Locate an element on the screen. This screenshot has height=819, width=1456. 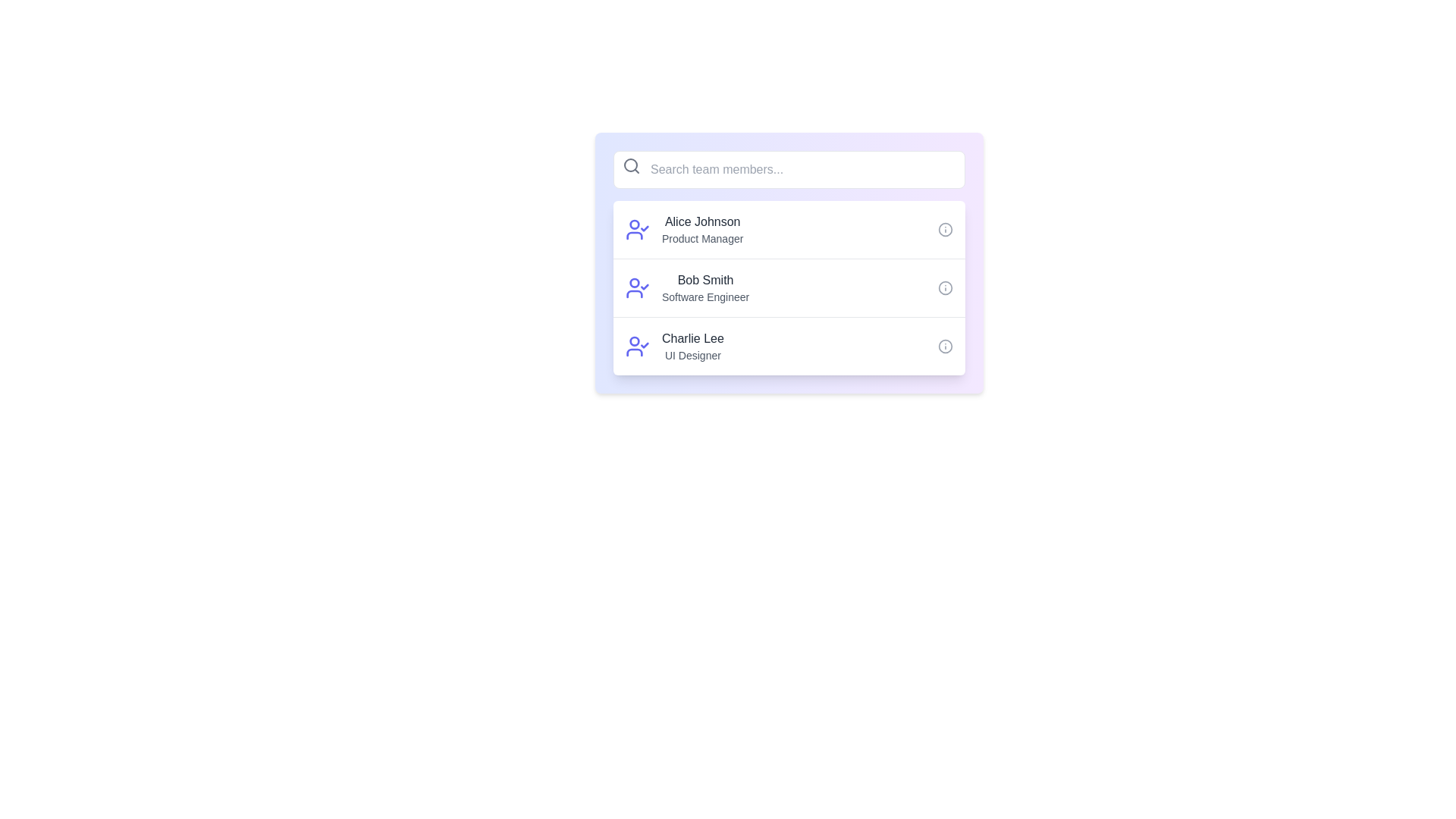
the circular outline icon resembling an information symbol next to 'Charlie Lee' in the user profiles list is located at coordinates (945, 346).